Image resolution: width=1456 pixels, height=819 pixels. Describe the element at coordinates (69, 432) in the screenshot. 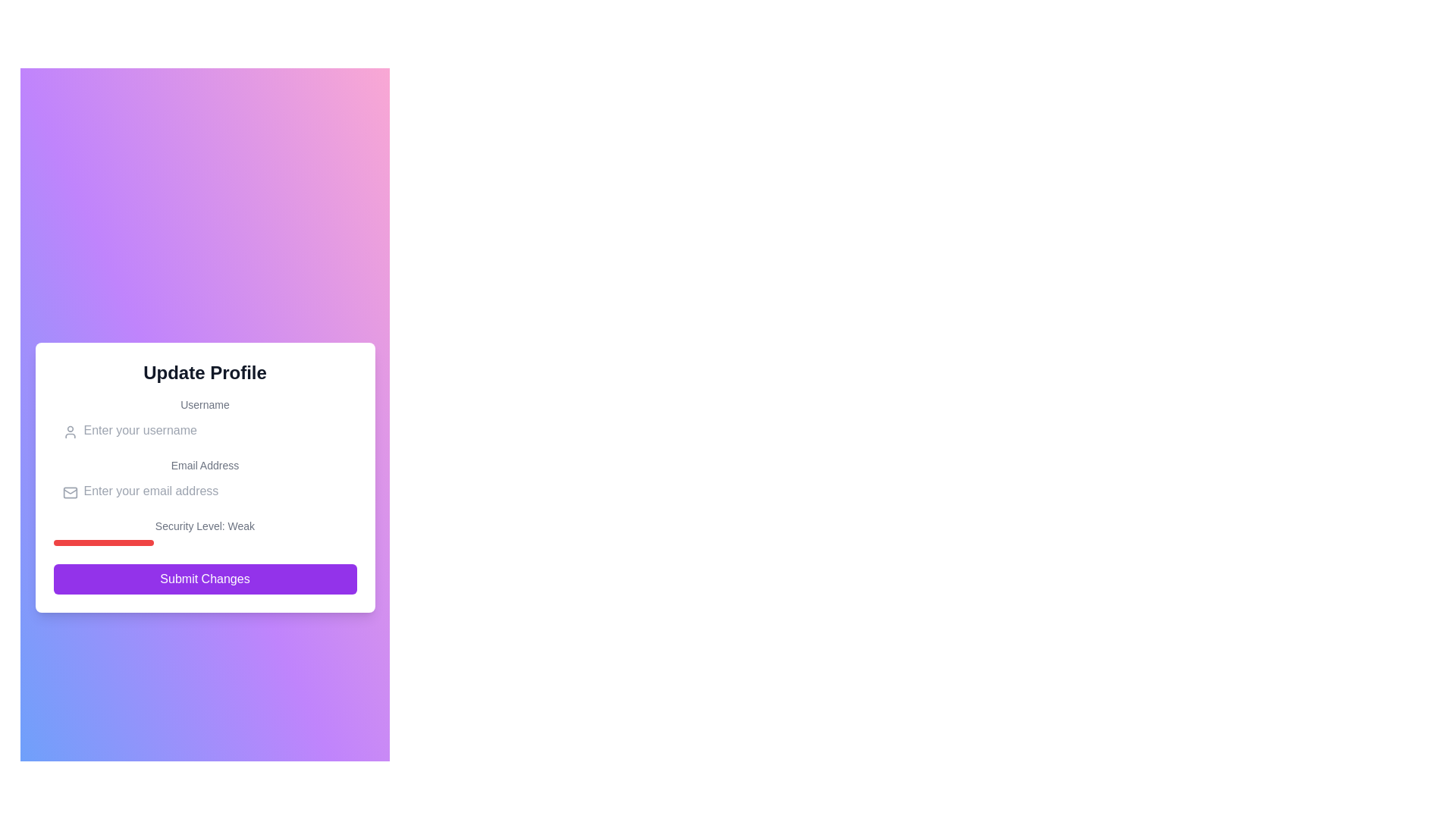

I see `the user icon, which is a circular head shape with a simplified body, rendered as an SVG graphic with a thin gray stroke, located near the top-left corner of the username input field` at that location.